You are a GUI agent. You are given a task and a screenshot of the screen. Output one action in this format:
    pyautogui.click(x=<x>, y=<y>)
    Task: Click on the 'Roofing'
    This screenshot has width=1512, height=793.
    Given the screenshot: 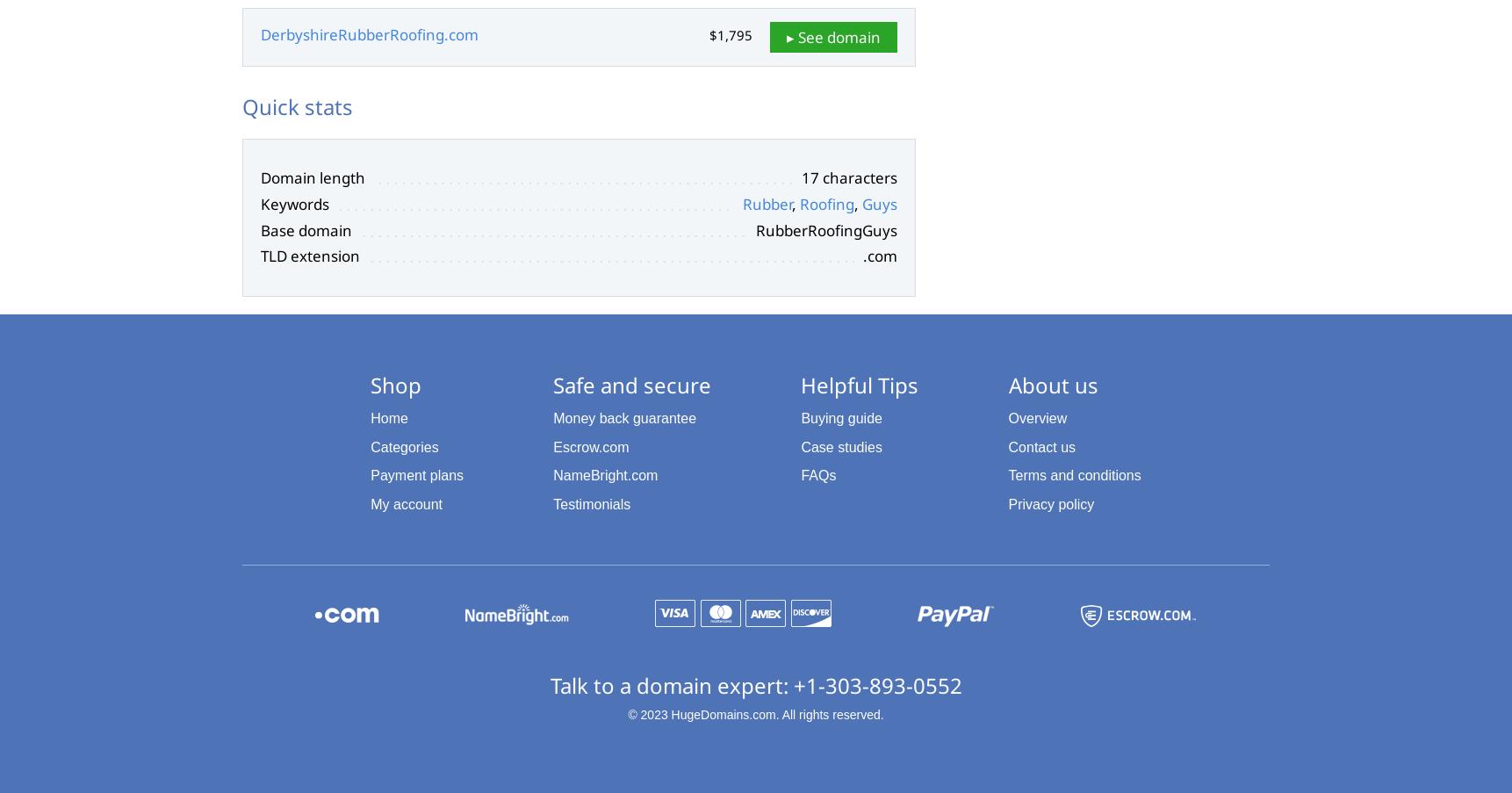 What is the action you would take?
    pyautogui.click(x=825, y=203)
    